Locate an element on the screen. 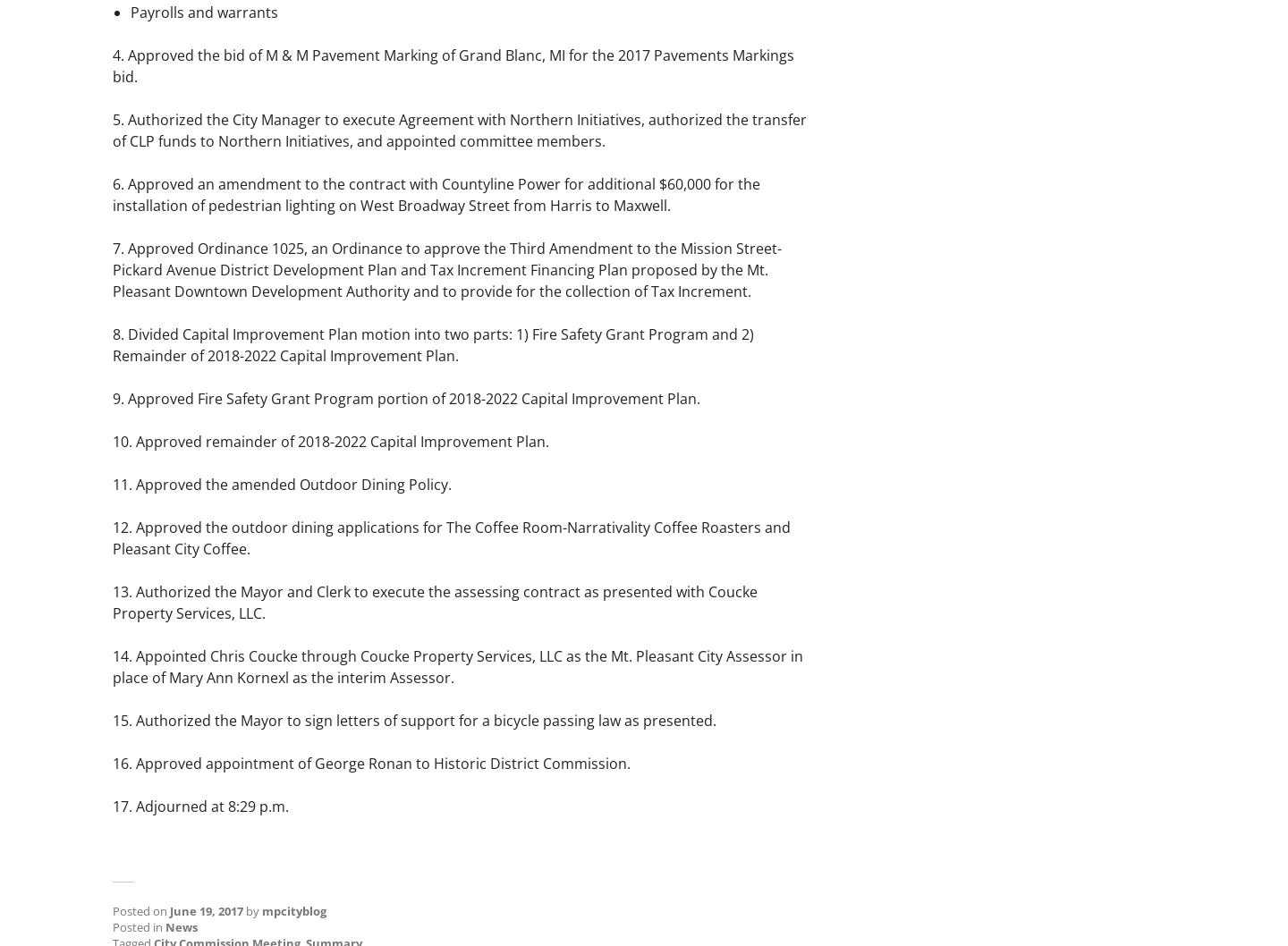 The image size is (1288, 946). '12. Approved the outdoor dining applications for The Coffee Room-Narrativality Coffee Roasters and Pleasant City Coffee.' is located at coordinates (451, 537).